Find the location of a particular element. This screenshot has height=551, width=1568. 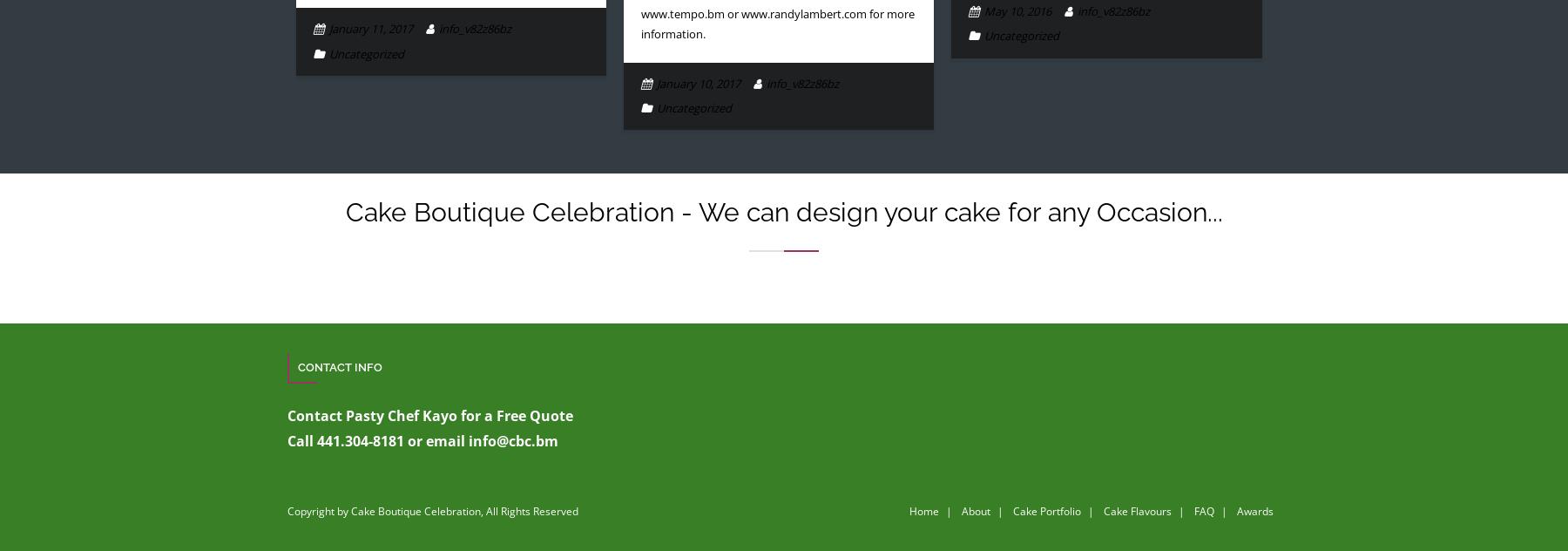

'Contact Info' is located at coordinates (340, 366).